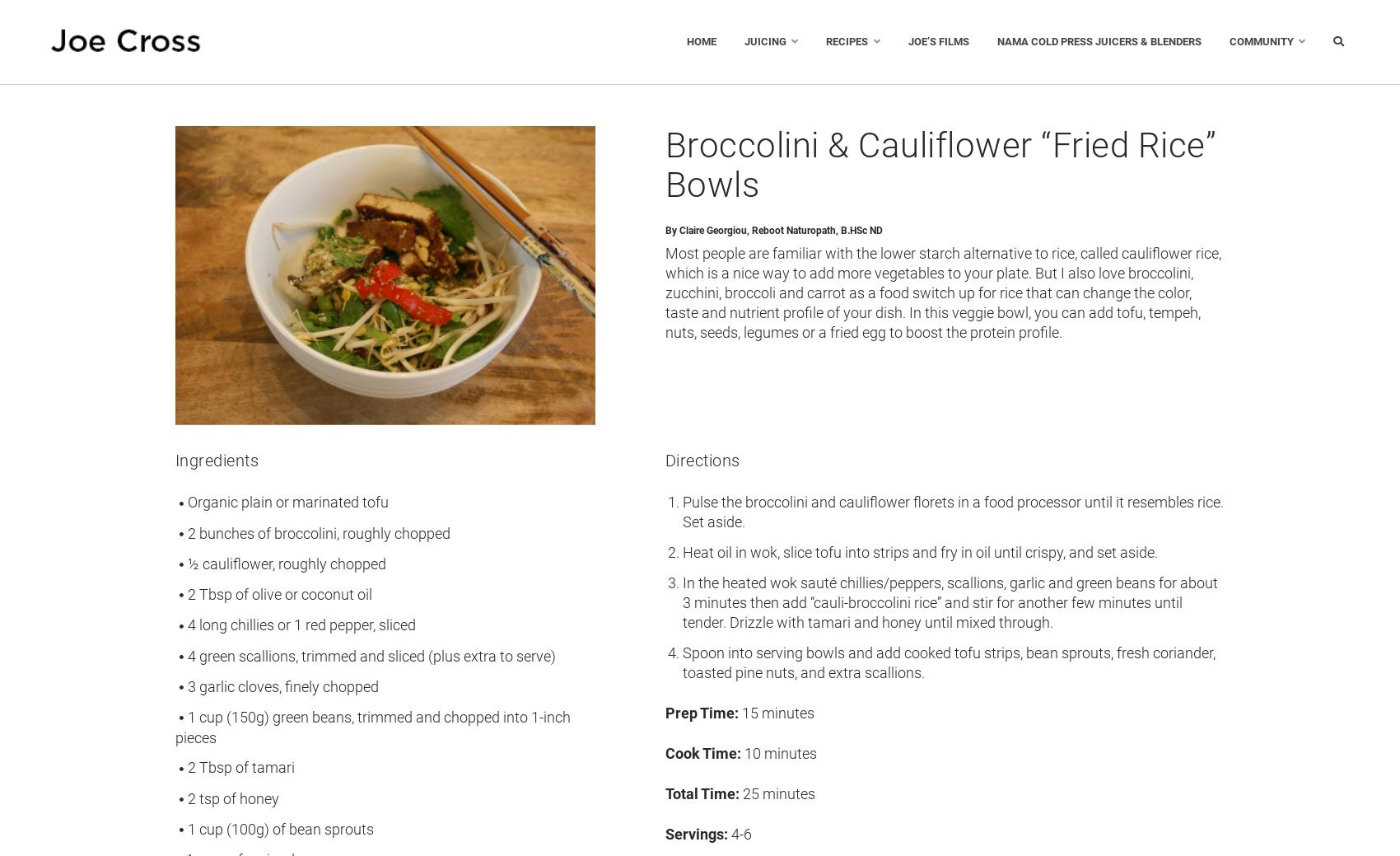 This screenshot has width=1400, height=856. I want to click on 'Pulse the broccolini and cauliflower florets in a food processor until it resembles rice. Set aside.', so click(952, 512).